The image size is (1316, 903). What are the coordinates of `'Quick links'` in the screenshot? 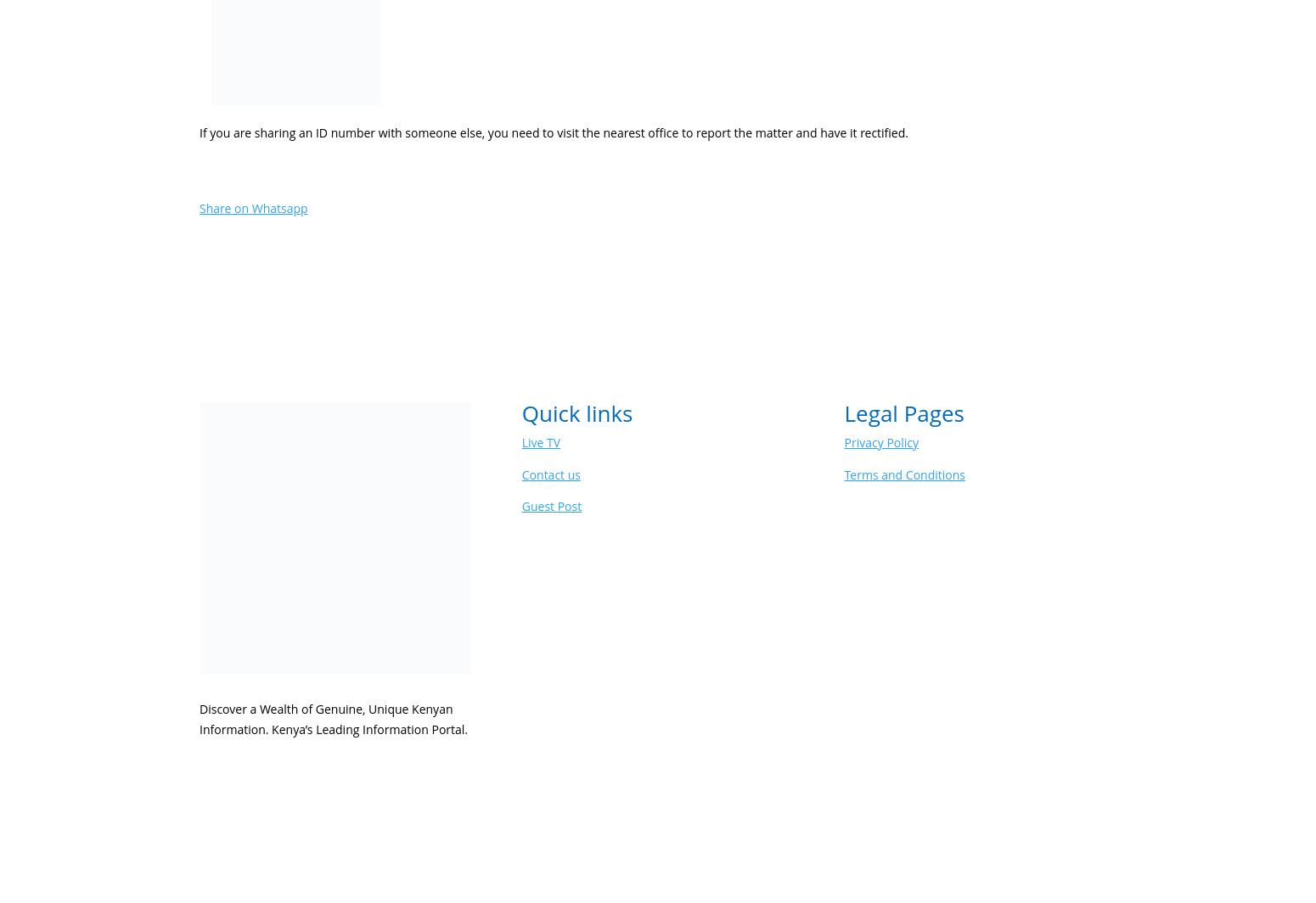 It's located at (576, 412).